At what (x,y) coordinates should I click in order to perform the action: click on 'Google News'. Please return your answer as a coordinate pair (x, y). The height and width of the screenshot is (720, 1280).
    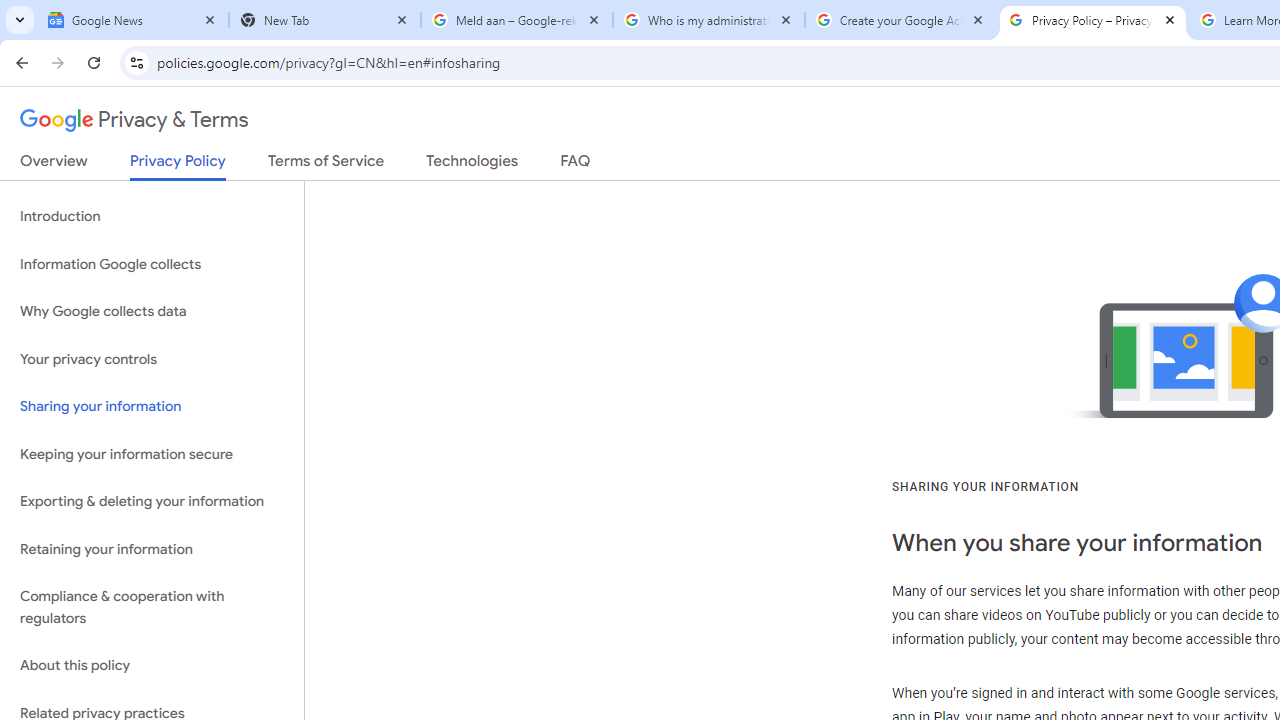
    Looking at the image, I should click on (132, 20).